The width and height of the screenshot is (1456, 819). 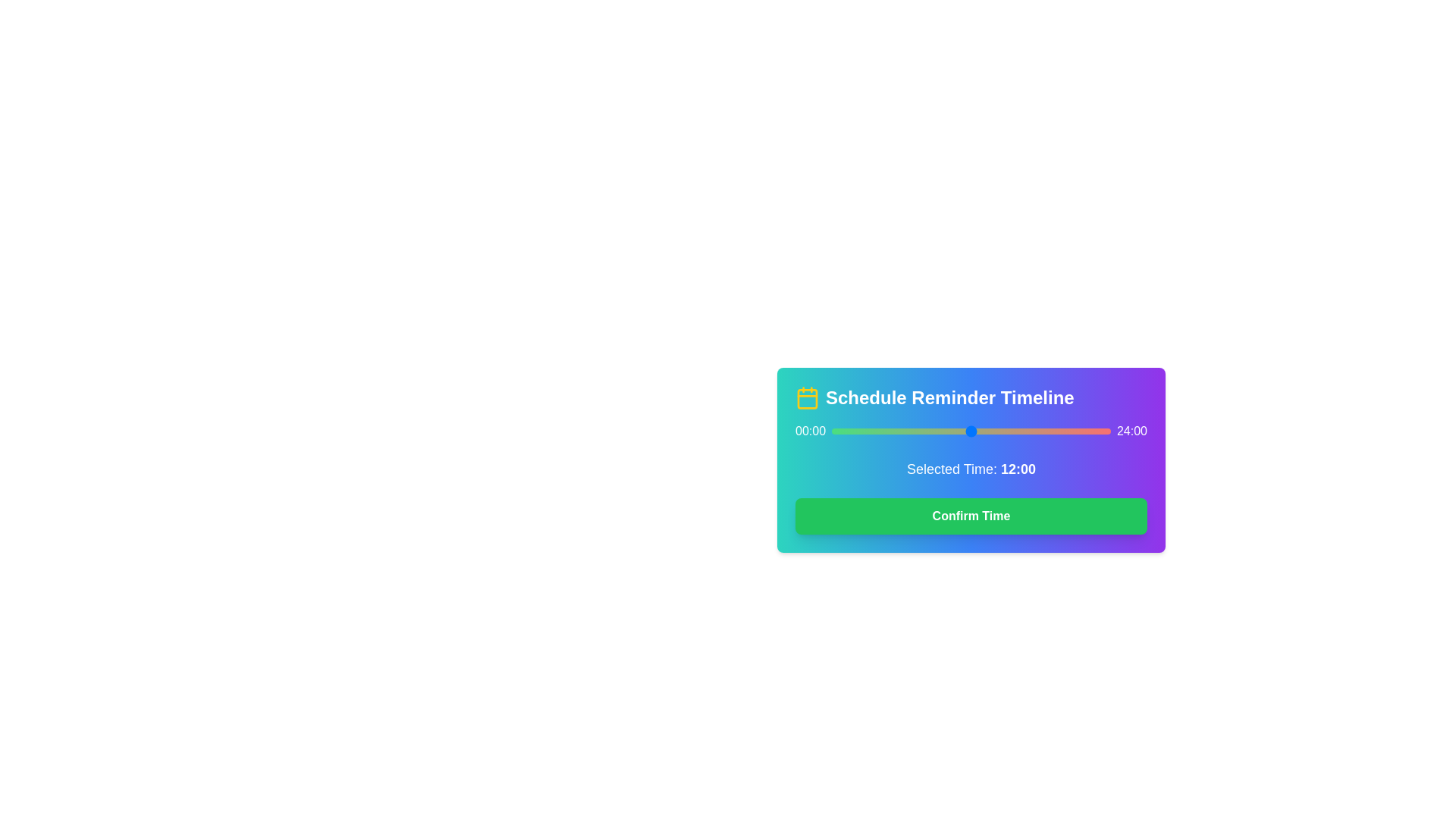 I want to click on the header icon to interact visually, so click(x=807, y=397).